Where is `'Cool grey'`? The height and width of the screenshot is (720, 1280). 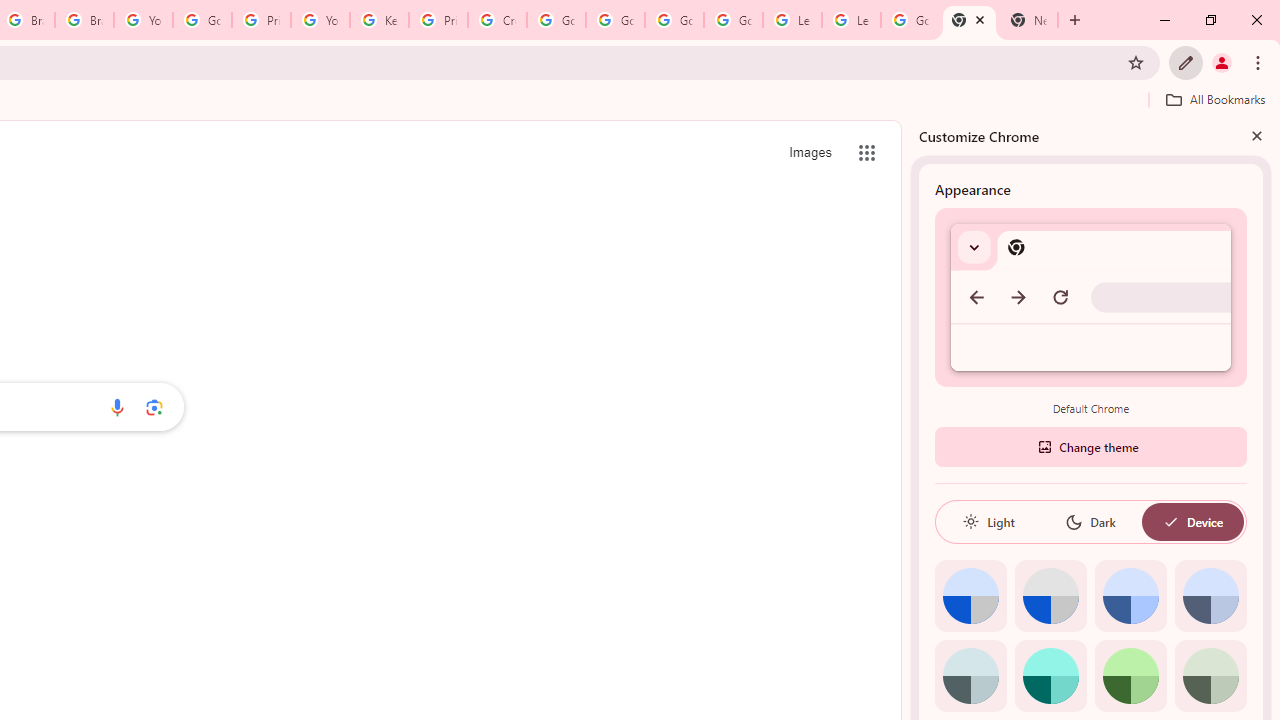 'Cool grey' is located at coordinates (1209, 595).